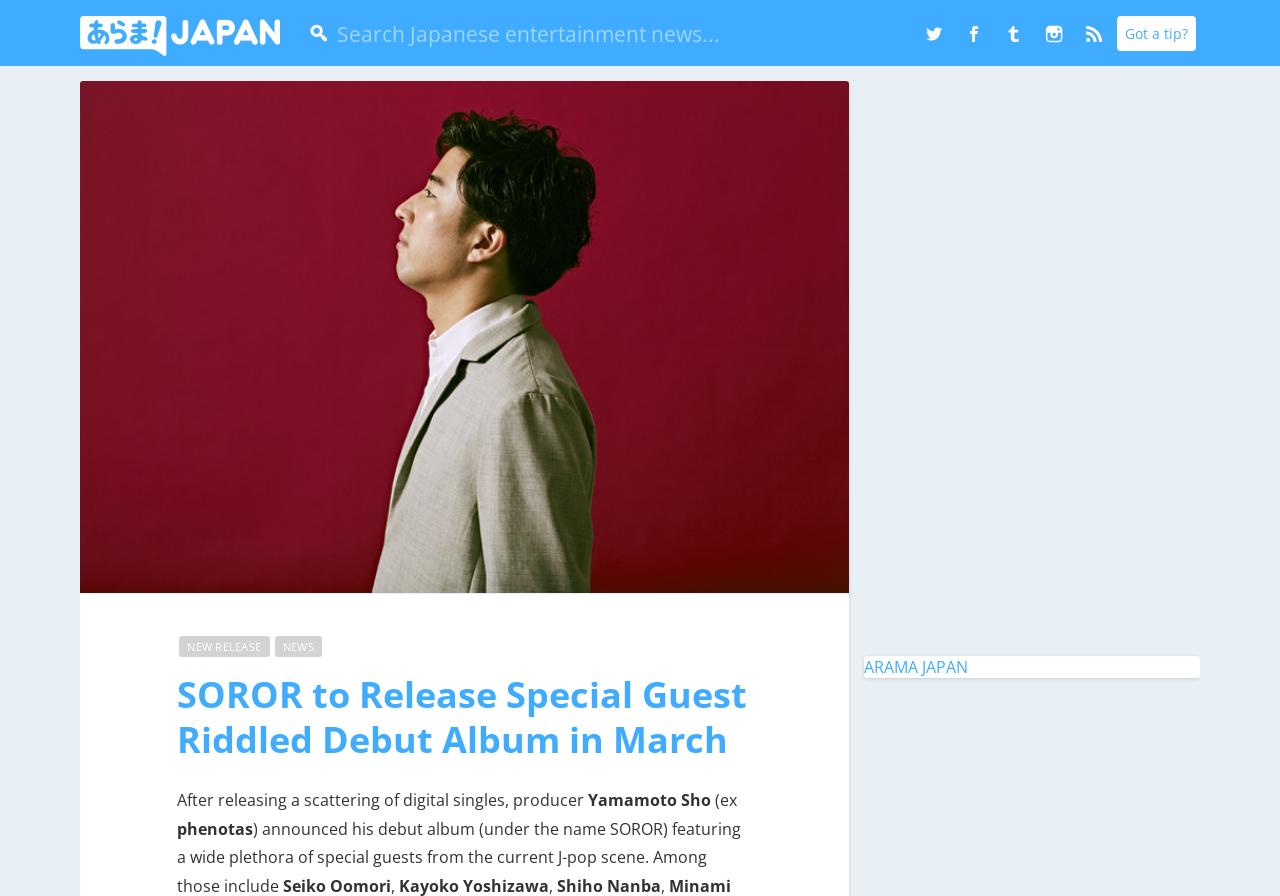 This screenshot has height=896, width=1280. Describe the element at coordinates (1124, 33) in the screenshot. I see `'Got a tip?'` at that location.